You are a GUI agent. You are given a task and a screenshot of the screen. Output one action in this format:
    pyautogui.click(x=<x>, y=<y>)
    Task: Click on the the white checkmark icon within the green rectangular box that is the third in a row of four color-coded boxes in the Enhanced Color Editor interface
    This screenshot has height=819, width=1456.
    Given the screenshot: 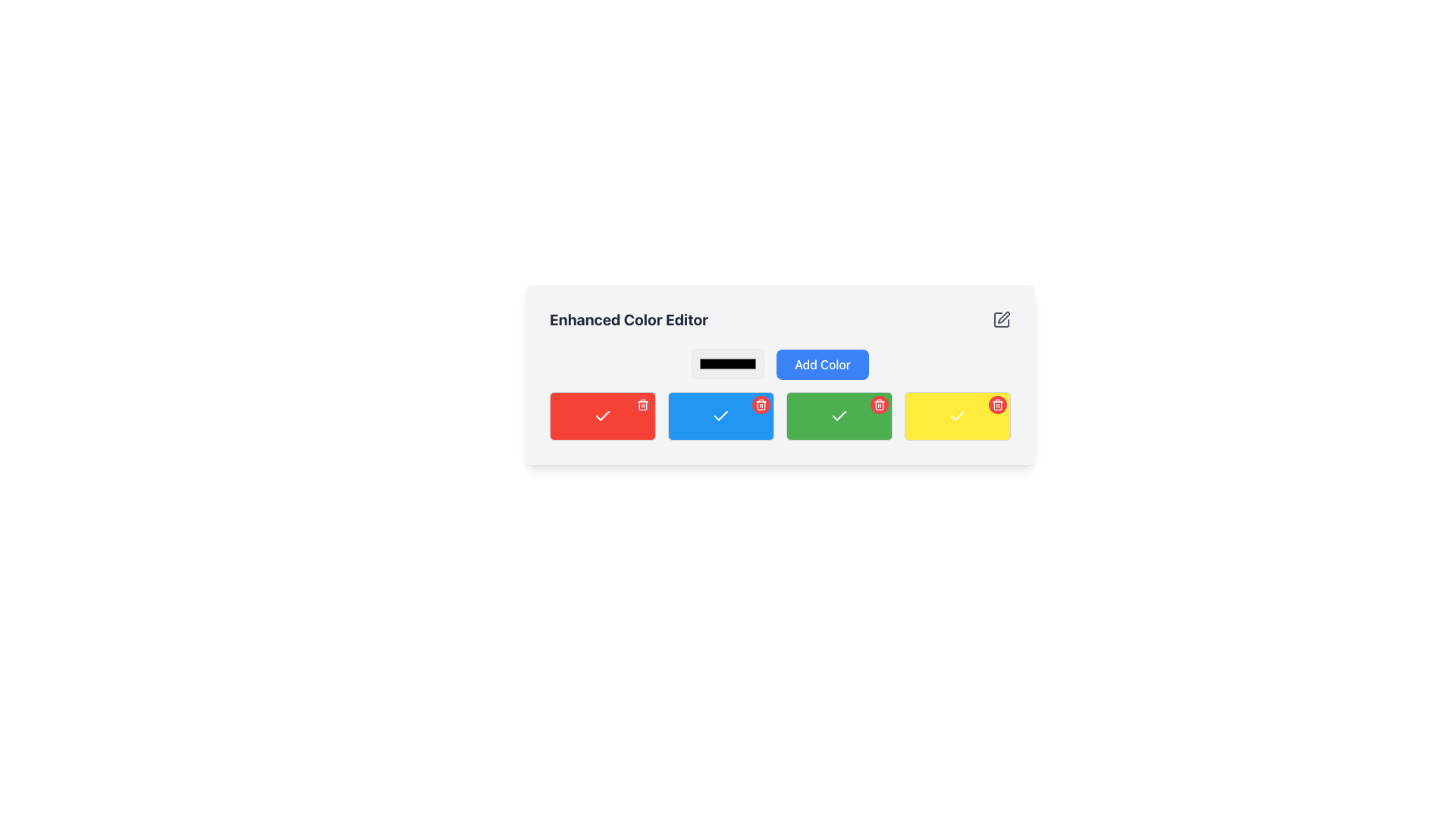 What is the action you would take?
    pyautogui.click(x=839, y=416)
    